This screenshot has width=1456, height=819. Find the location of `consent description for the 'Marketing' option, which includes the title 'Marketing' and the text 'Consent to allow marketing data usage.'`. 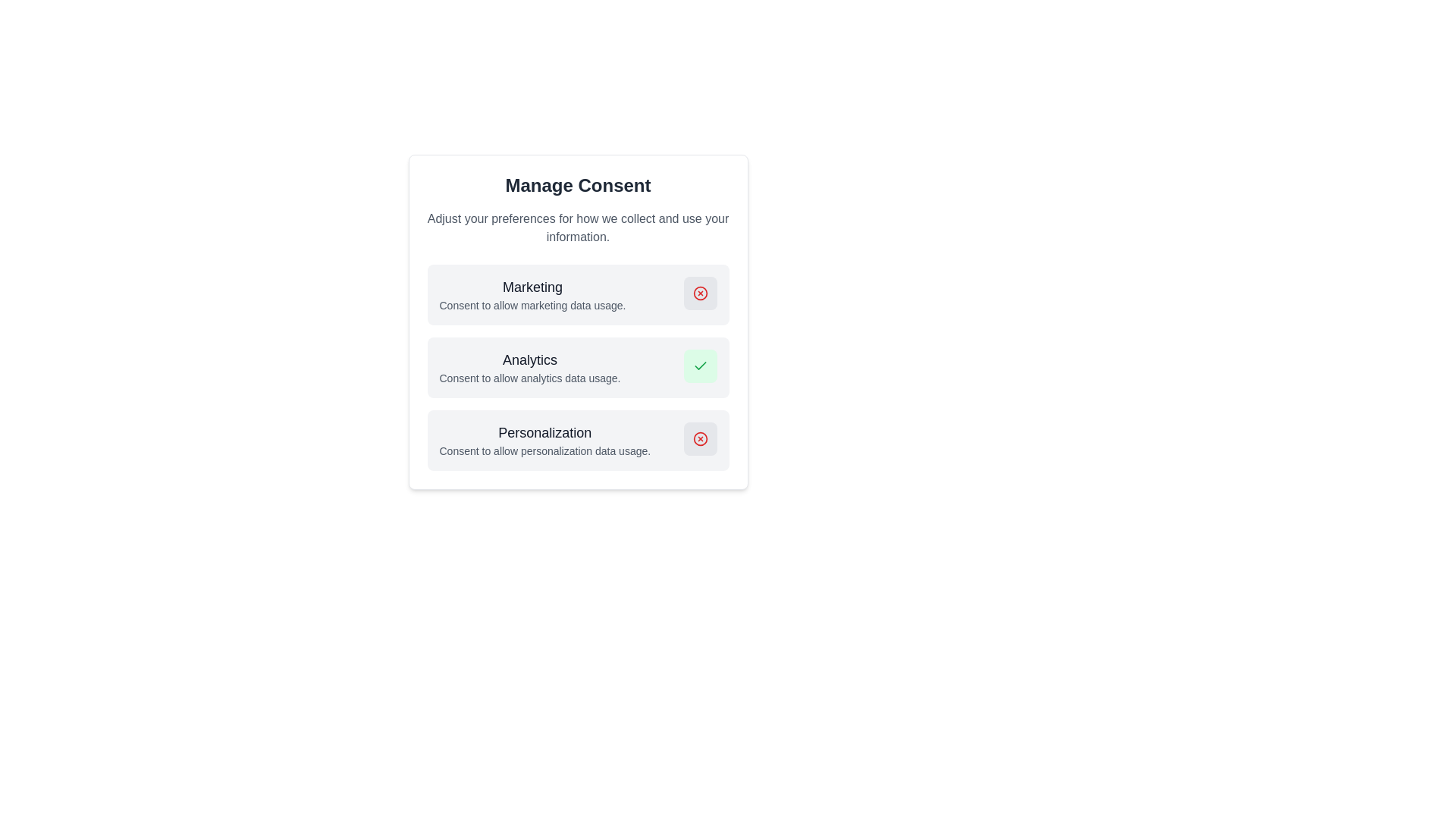

consent description for the 'Marketing' option, which includes the title 'Marketing' and the text 'Consent to allow marketing data usage.' is located at coordinates (577, 295).